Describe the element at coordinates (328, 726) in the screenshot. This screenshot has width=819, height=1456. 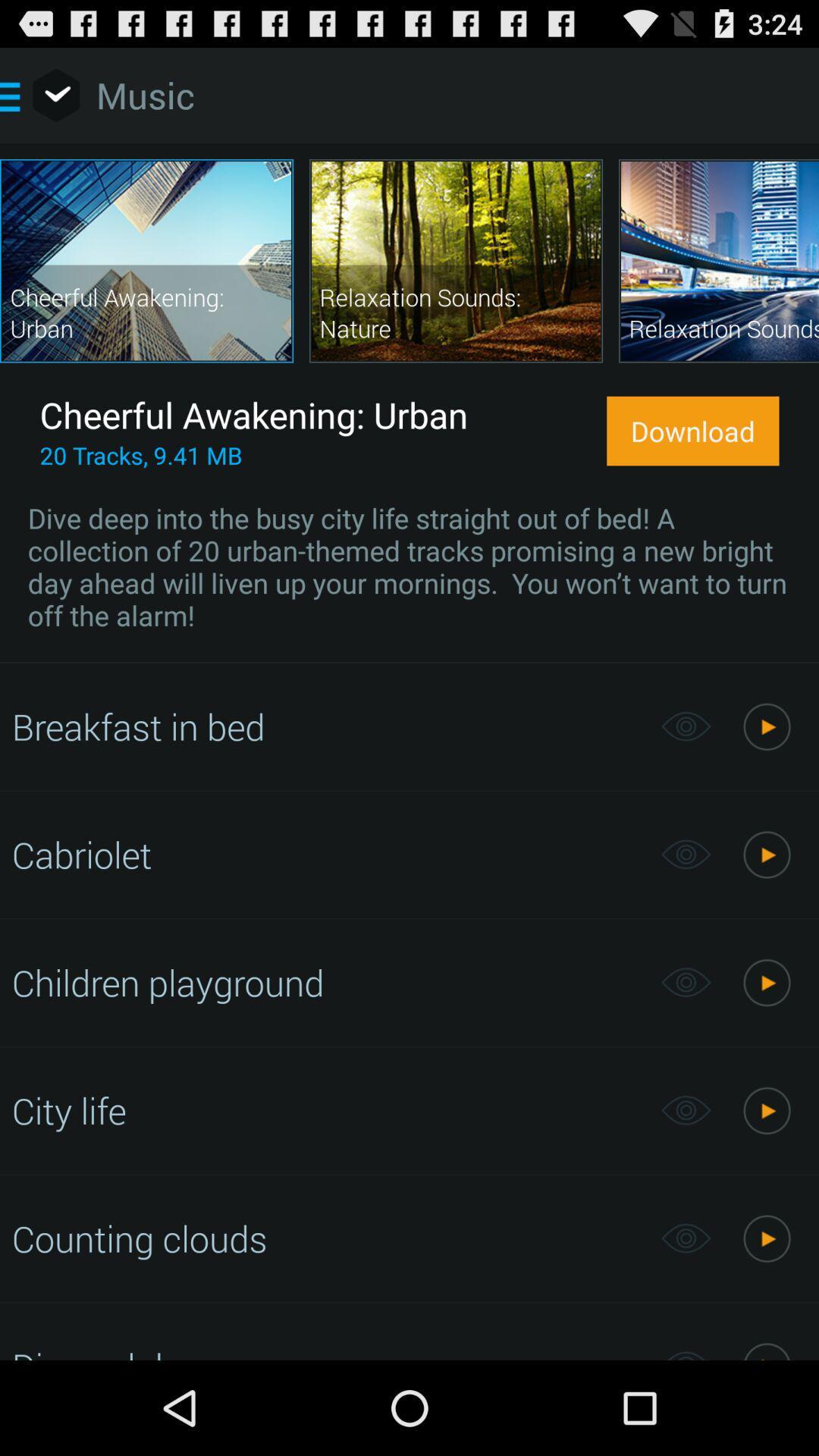
I see `the item below dive deep into item` at that location.